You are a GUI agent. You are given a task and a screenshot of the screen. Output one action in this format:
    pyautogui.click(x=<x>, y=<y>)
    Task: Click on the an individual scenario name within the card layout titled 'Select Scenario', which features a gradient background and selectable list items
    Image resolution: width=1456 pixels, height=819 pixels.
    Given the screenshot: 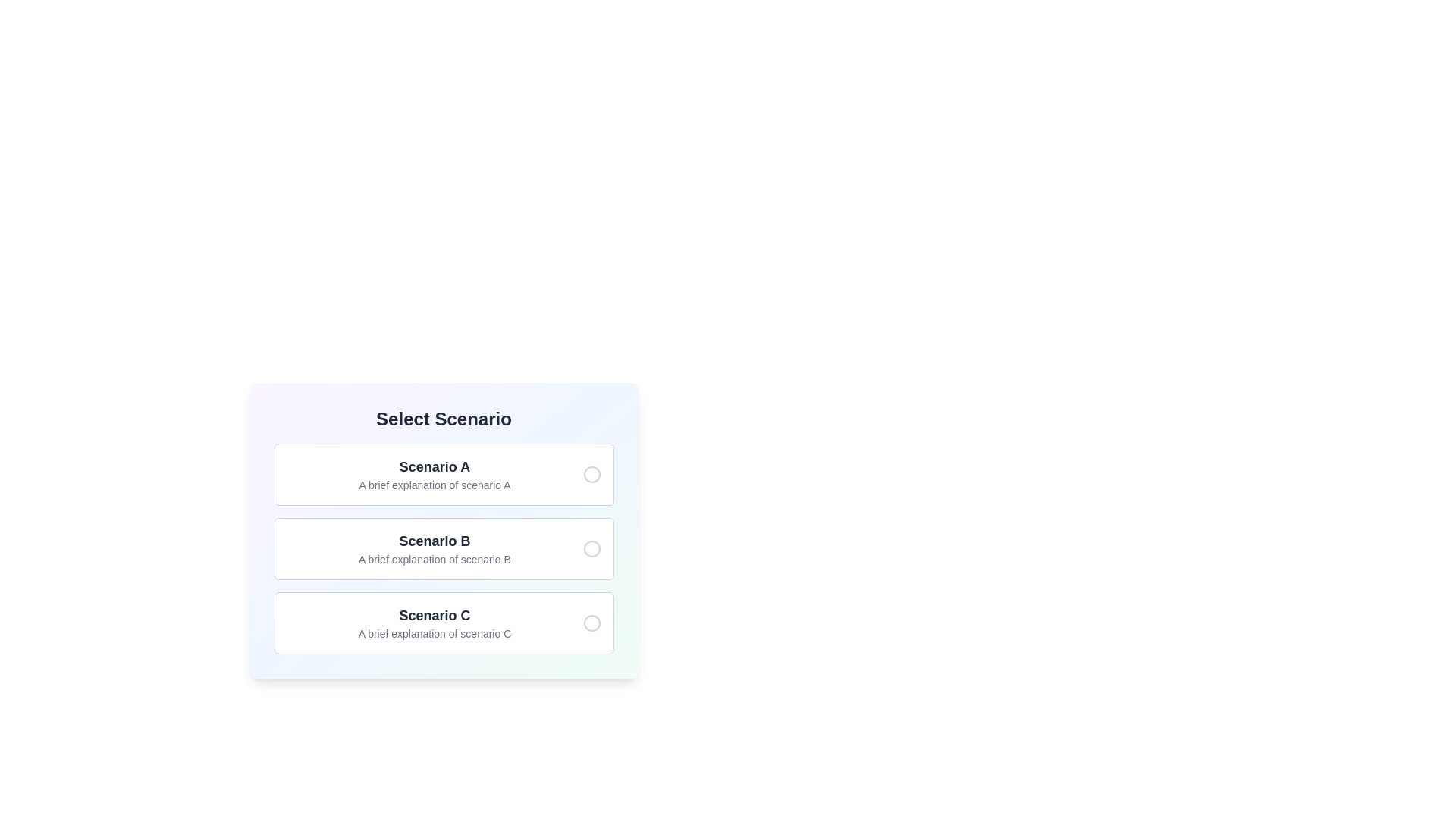 What is the action you would take?
    pyautogui.click(x=443, y=529)
    